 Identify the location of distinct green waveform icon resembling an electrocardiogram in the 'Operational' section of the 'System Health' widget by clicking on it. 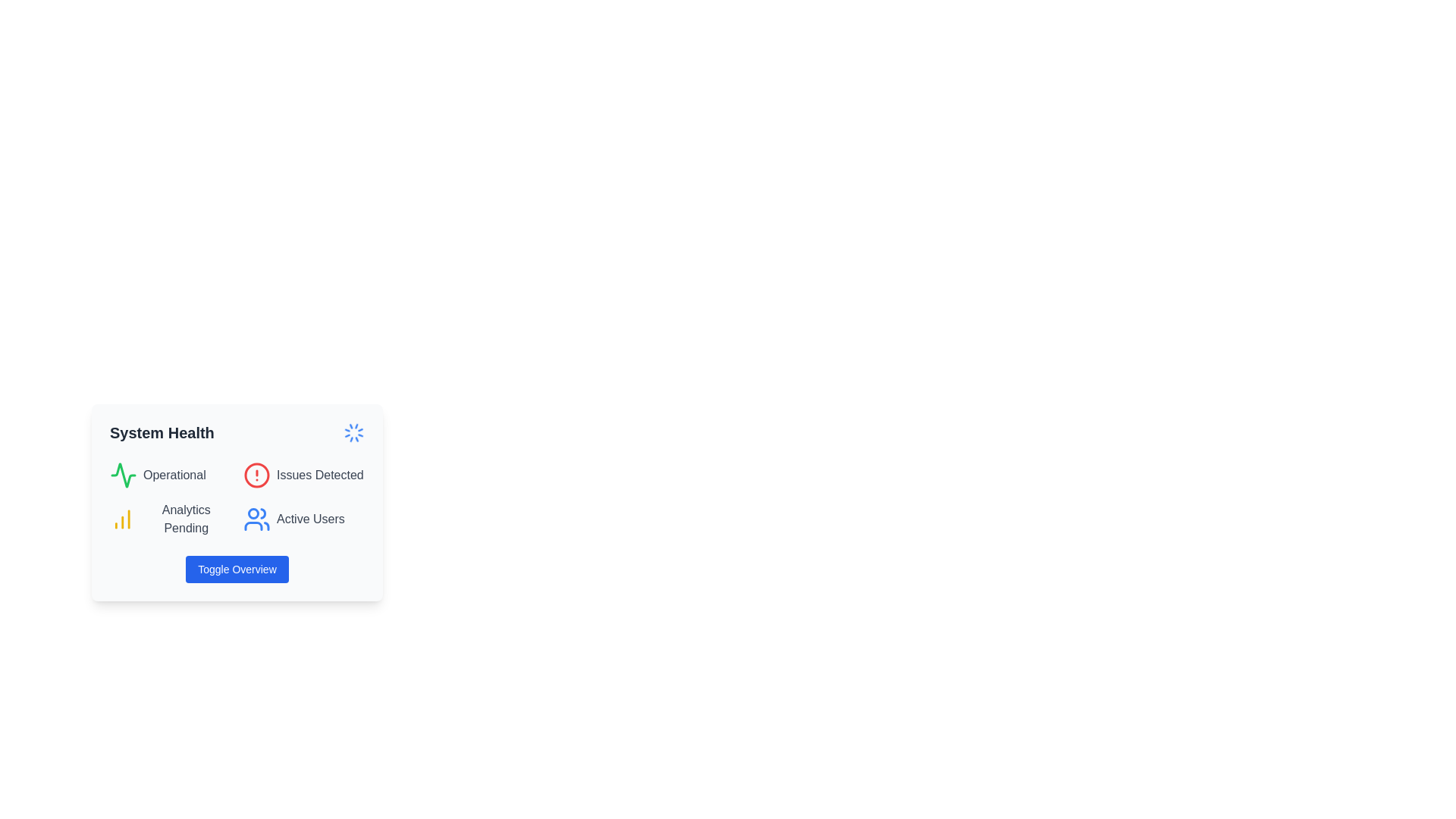
(124, 475).